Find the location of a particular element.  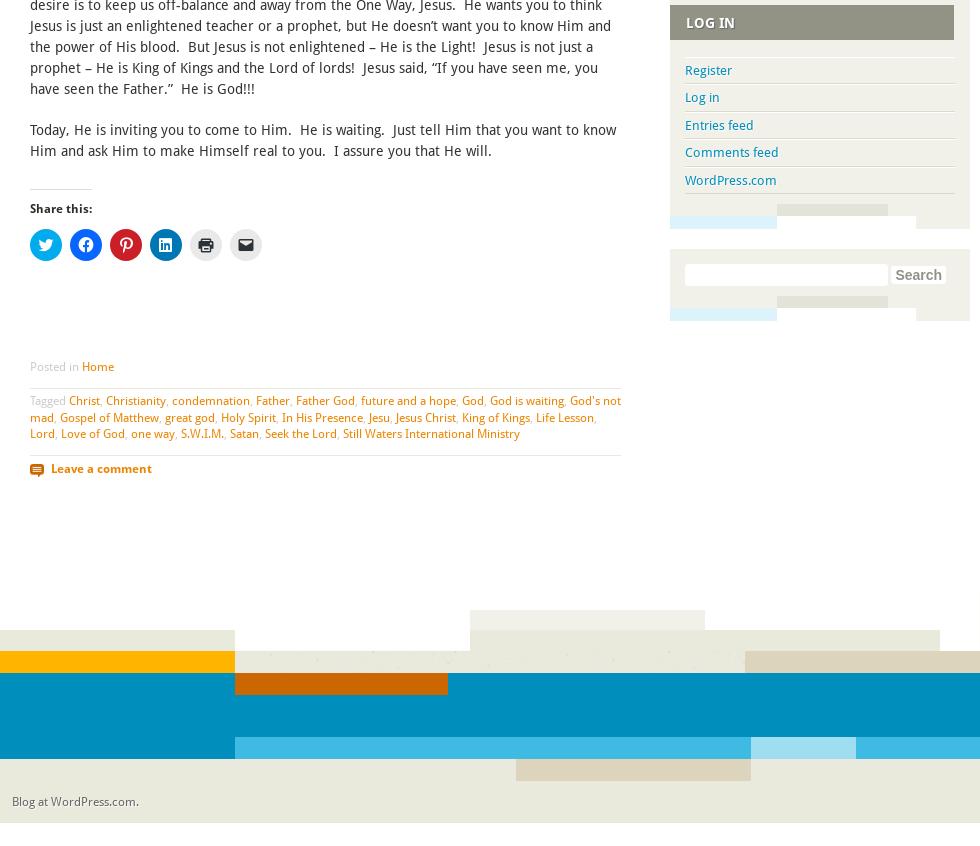

'Father God' is located at coordinates (325, 399).